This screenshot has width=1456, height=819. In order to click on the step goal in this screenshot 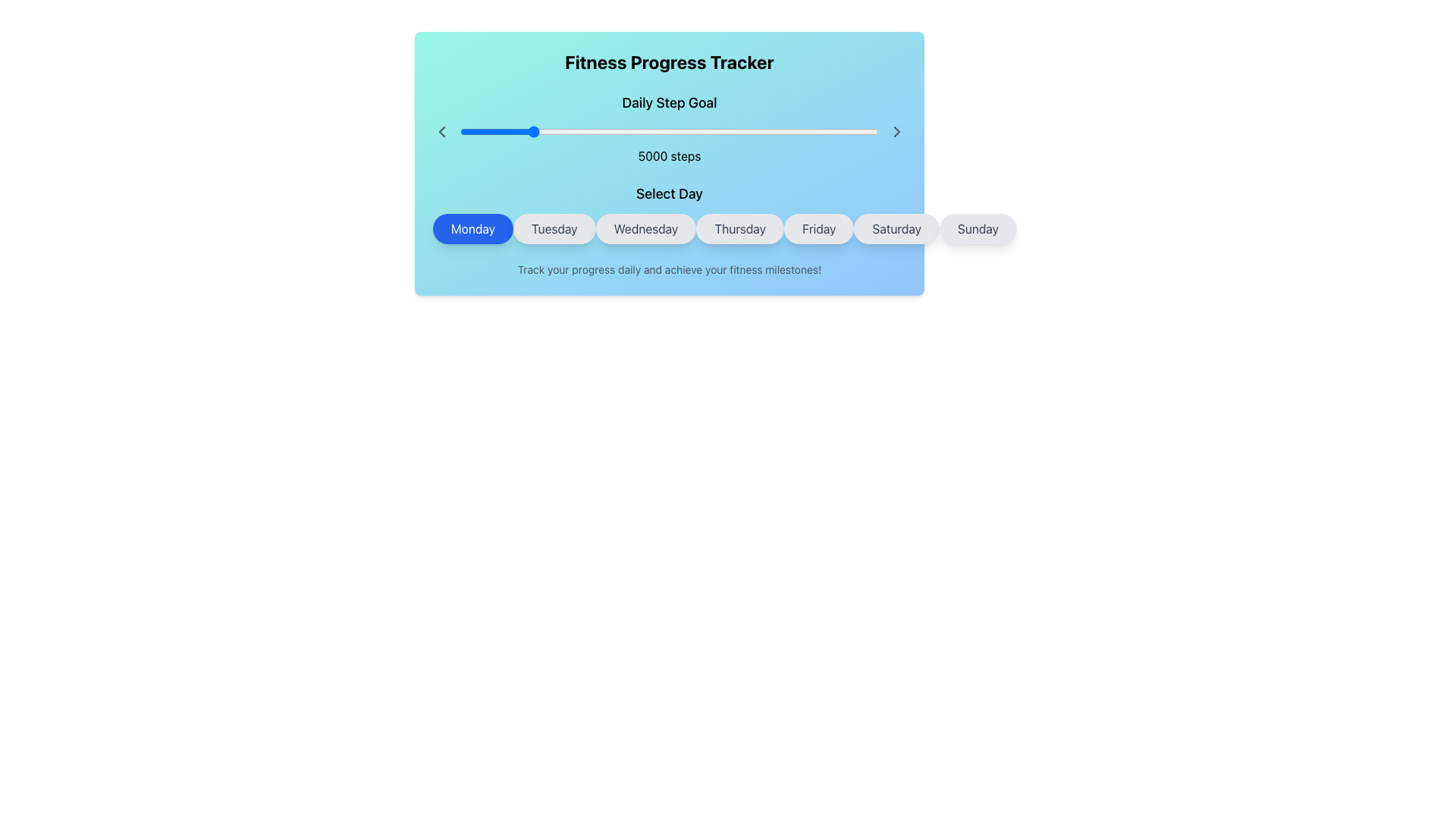, I will do `click(776, 130)`.